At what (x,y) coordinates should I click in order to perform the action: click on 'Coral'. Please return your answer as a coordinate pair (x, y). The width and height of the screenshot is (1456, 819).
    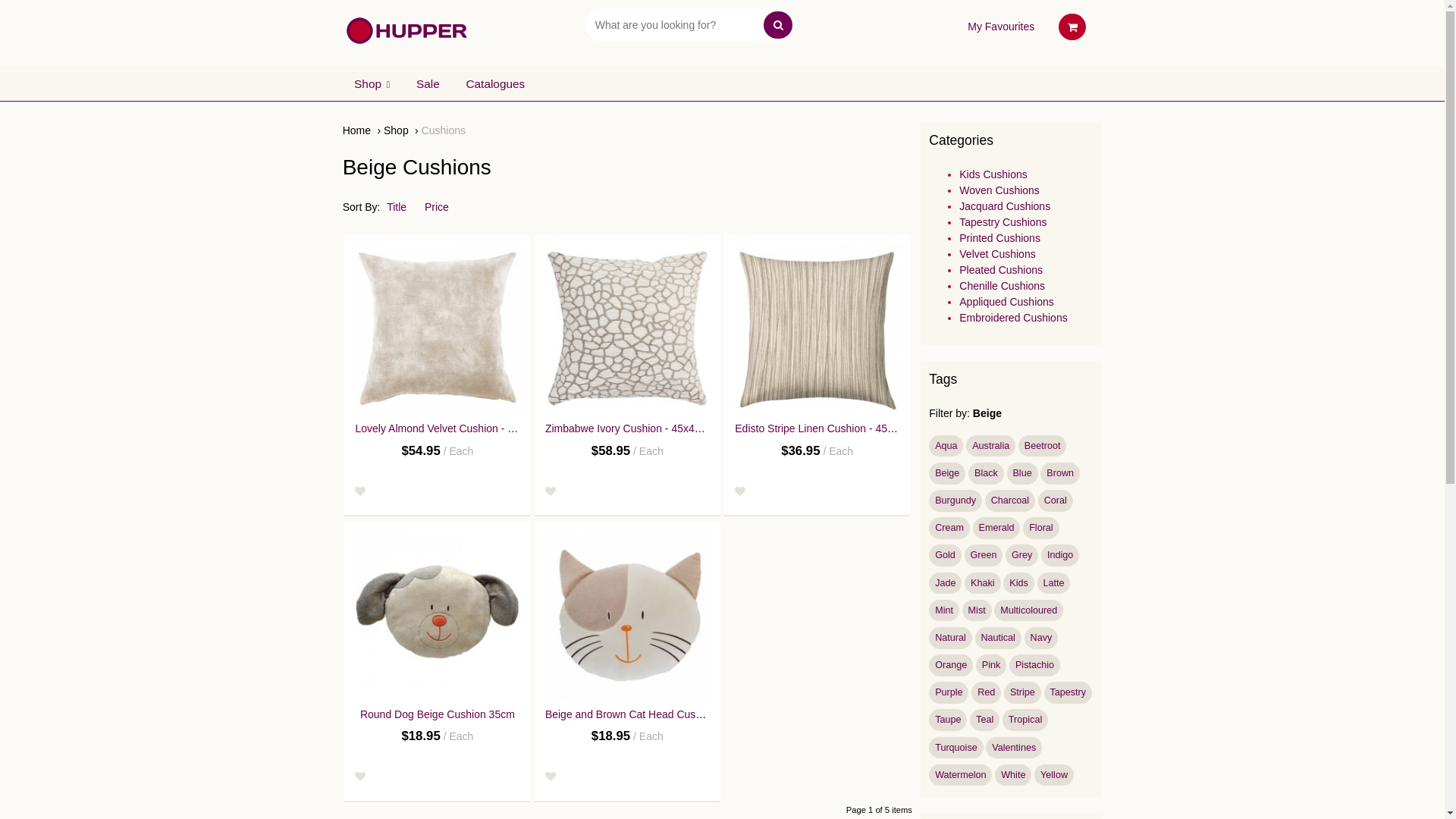
    Looking at the image, I should click on (1055, 500).